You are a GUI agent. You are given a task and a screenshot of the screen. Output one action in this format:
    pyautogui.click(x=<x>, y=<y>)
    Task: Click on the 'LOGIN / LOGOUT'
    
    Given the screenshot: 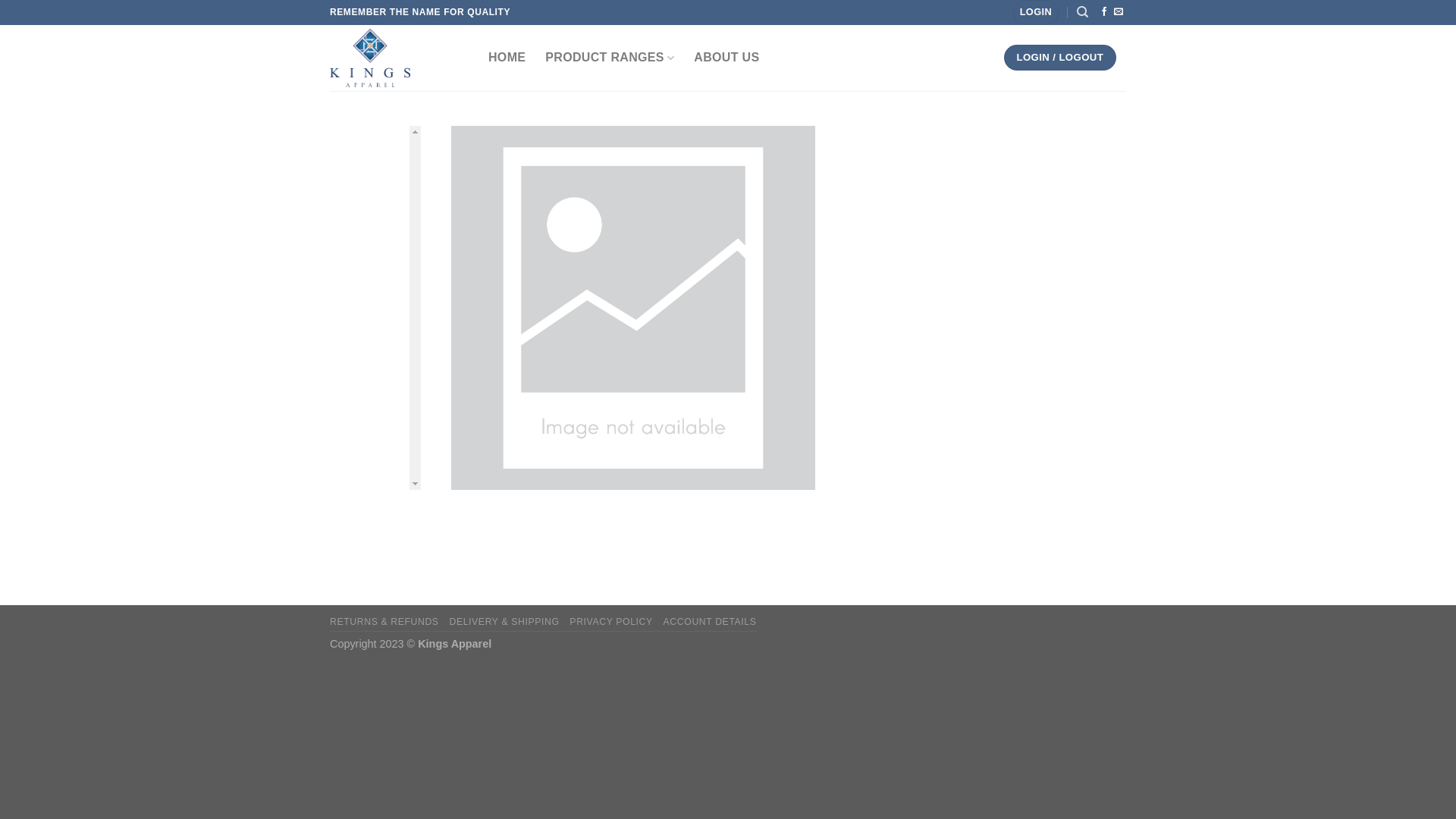 What is the action you would take?
    pyautogui.click(x=1004, y=57)
    